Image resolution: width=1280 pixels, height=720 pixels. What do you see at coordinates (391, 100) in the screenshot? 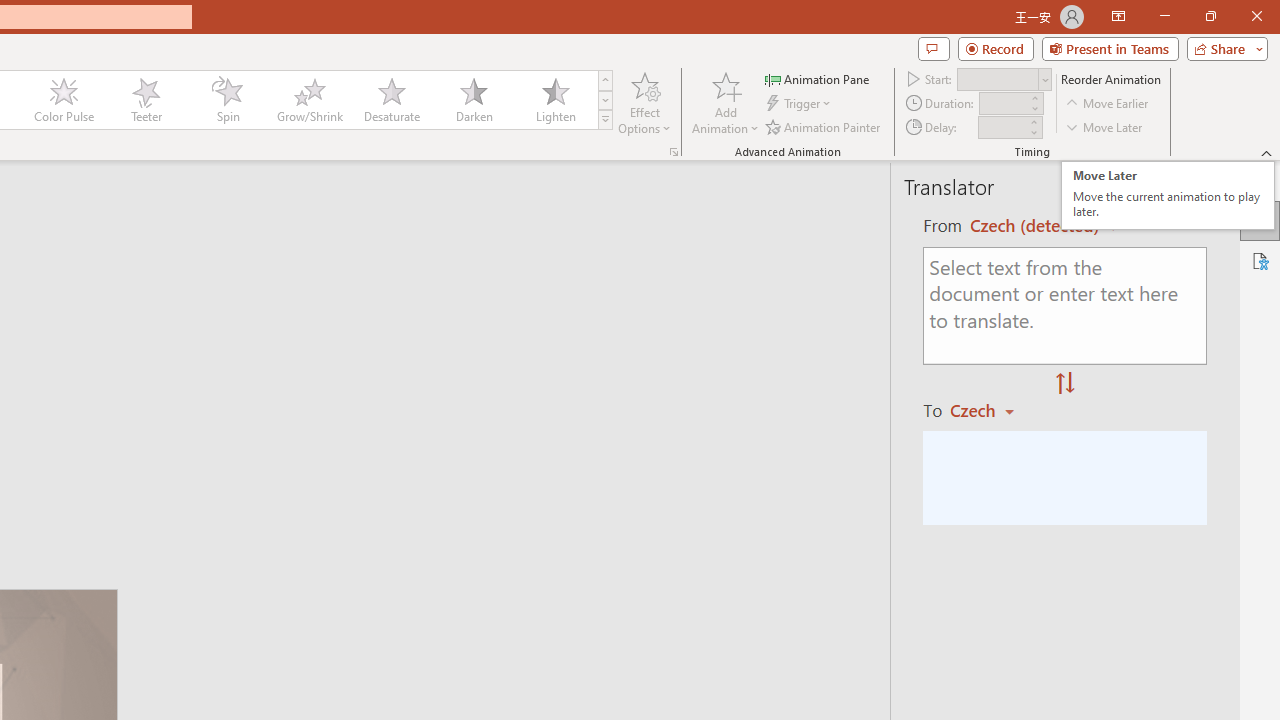
I see `'Desaturate'` at bounding box center [391, 100].